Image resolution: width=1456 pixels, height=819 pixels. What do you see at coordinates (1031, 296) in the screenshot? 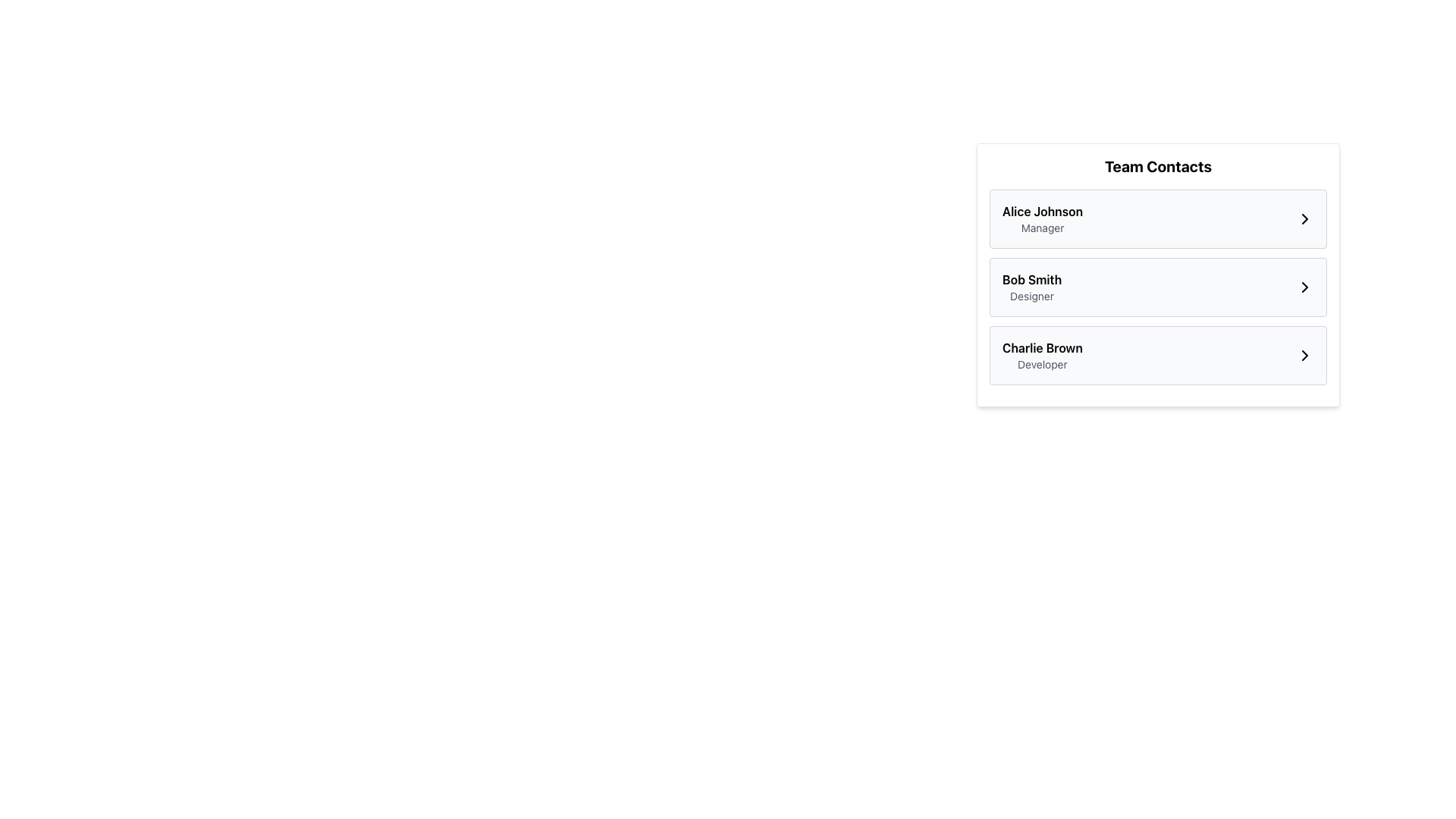
I see `text label displaying 'Designer', which is a smaller gray font below 'Bob Smith'` at bounding box center [1031, 296].